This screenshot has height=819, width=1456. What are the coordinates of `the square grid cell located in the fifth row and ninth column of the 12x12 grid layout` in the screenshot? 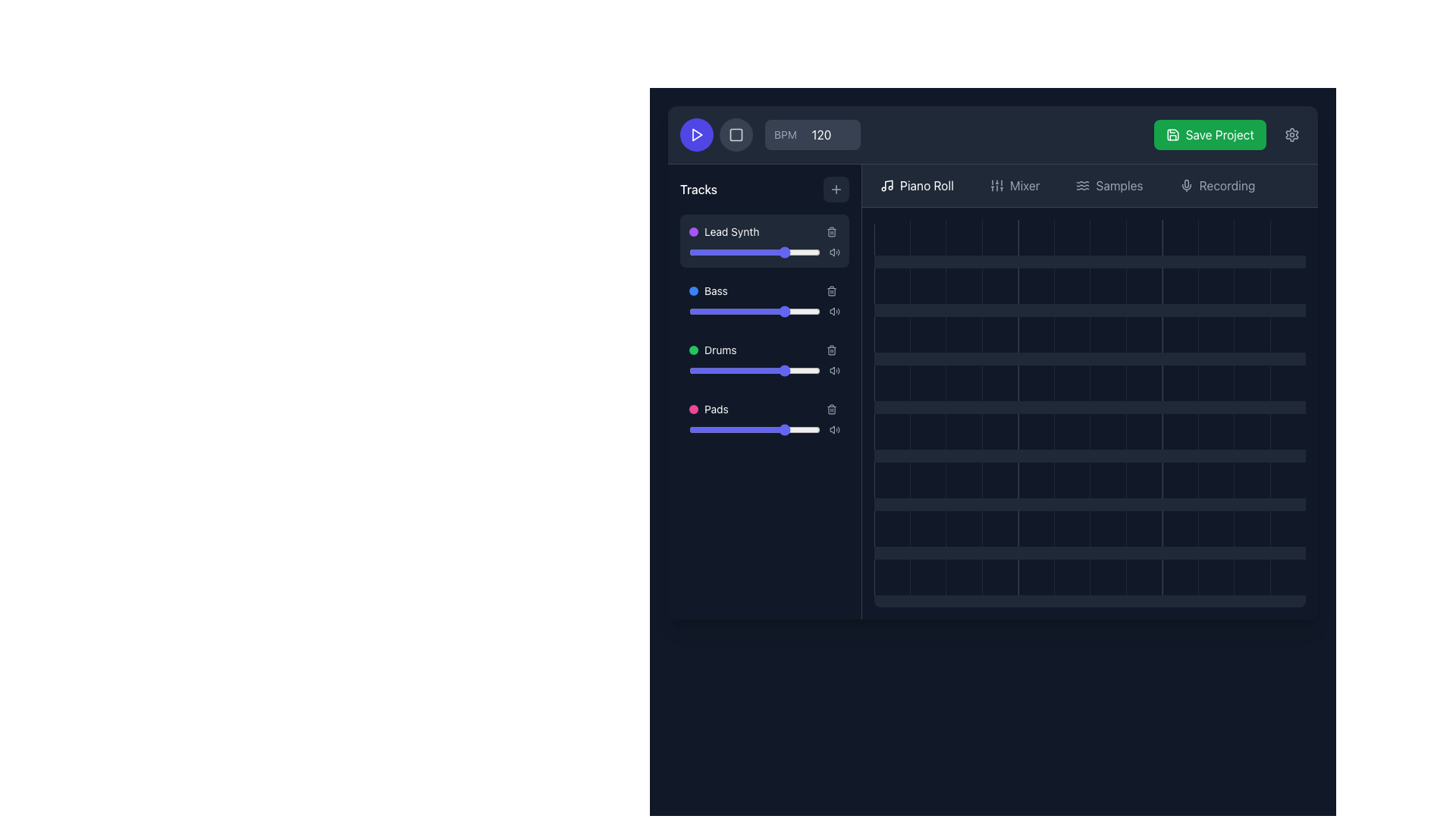 It's located at (1179, 431).